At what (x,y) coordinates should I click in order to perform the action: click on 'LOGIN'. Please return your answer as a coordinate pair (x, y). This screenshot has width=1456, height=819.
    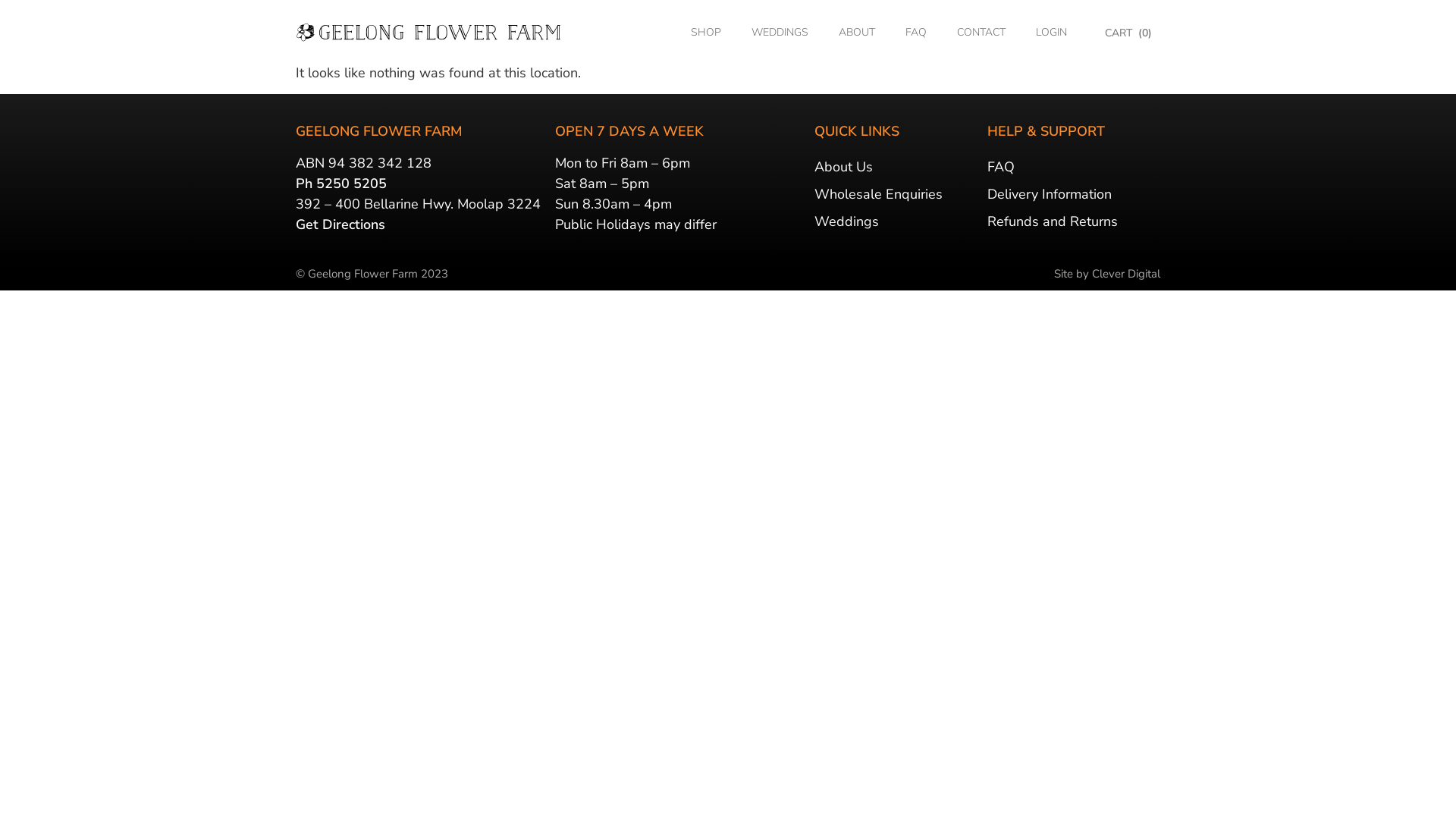
    Looking at the image, I should click on (1050, 32).